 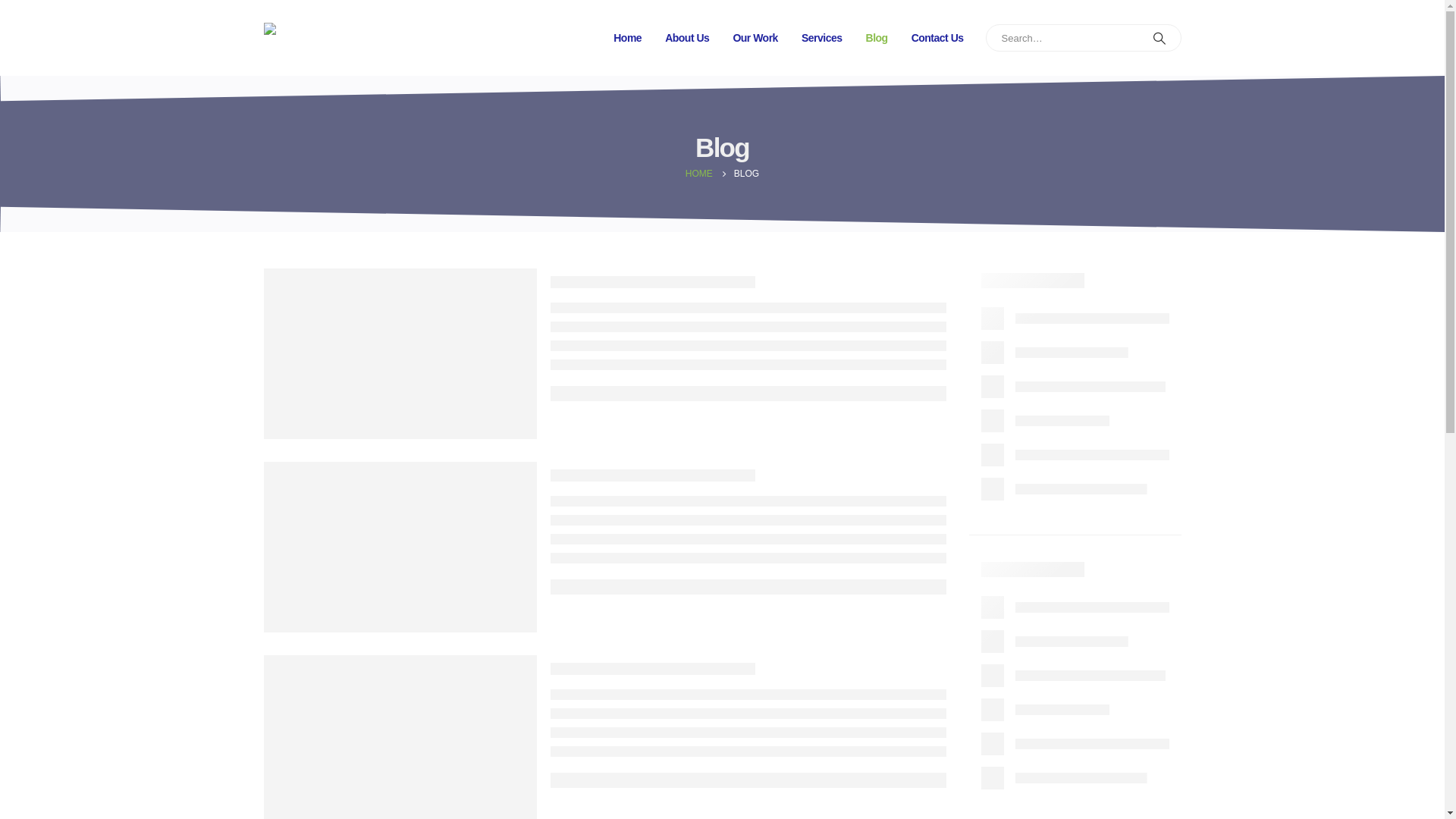 I want to click on 'About Us', so click(x=686, y=37).